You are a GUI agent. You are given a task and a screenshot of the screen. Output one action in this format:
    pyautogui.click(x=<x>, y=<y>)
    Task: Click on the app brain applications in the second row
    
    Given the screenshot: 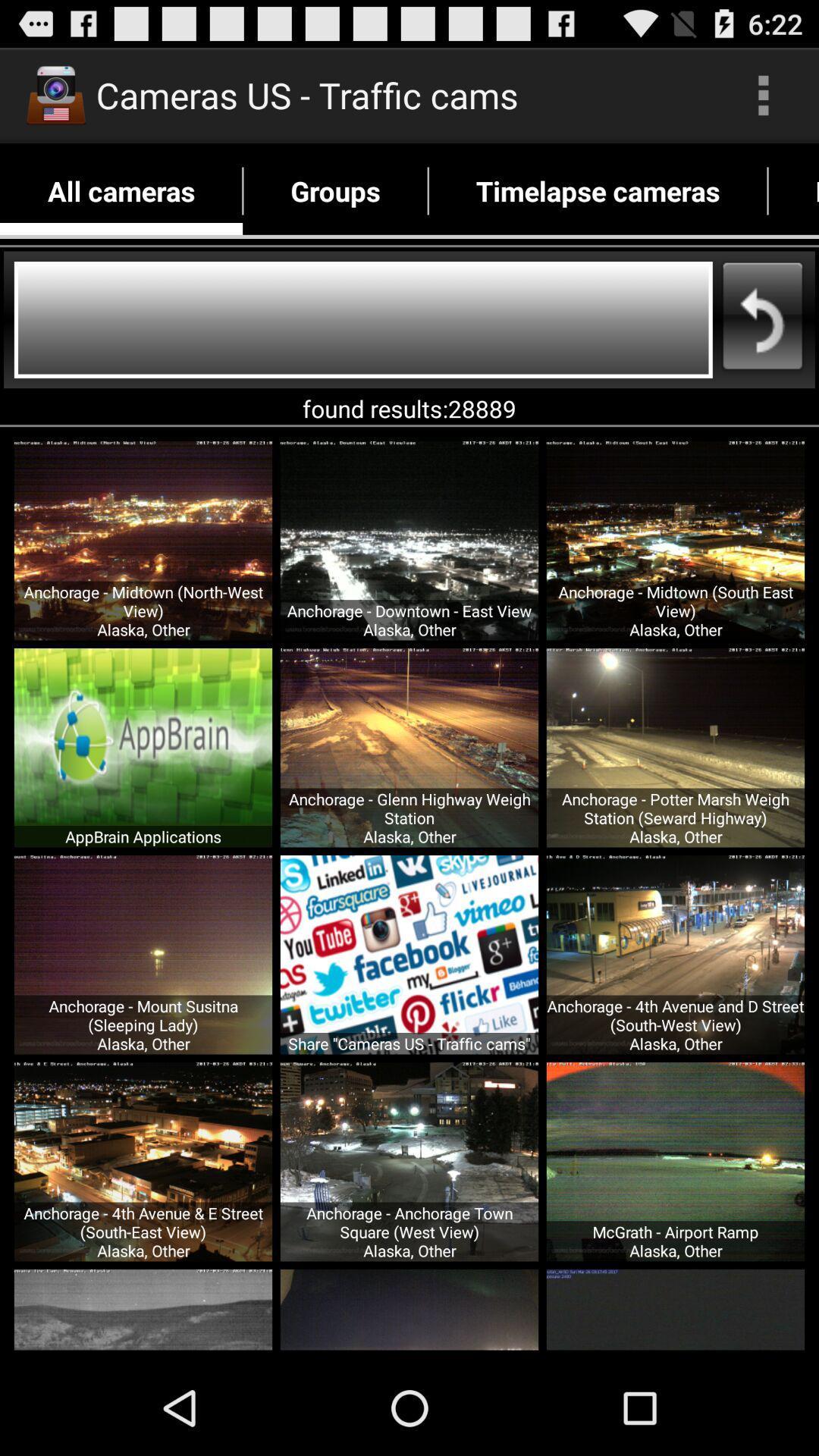 What is the action you would take?
    pyautogui.click(x=143, y=748)
    